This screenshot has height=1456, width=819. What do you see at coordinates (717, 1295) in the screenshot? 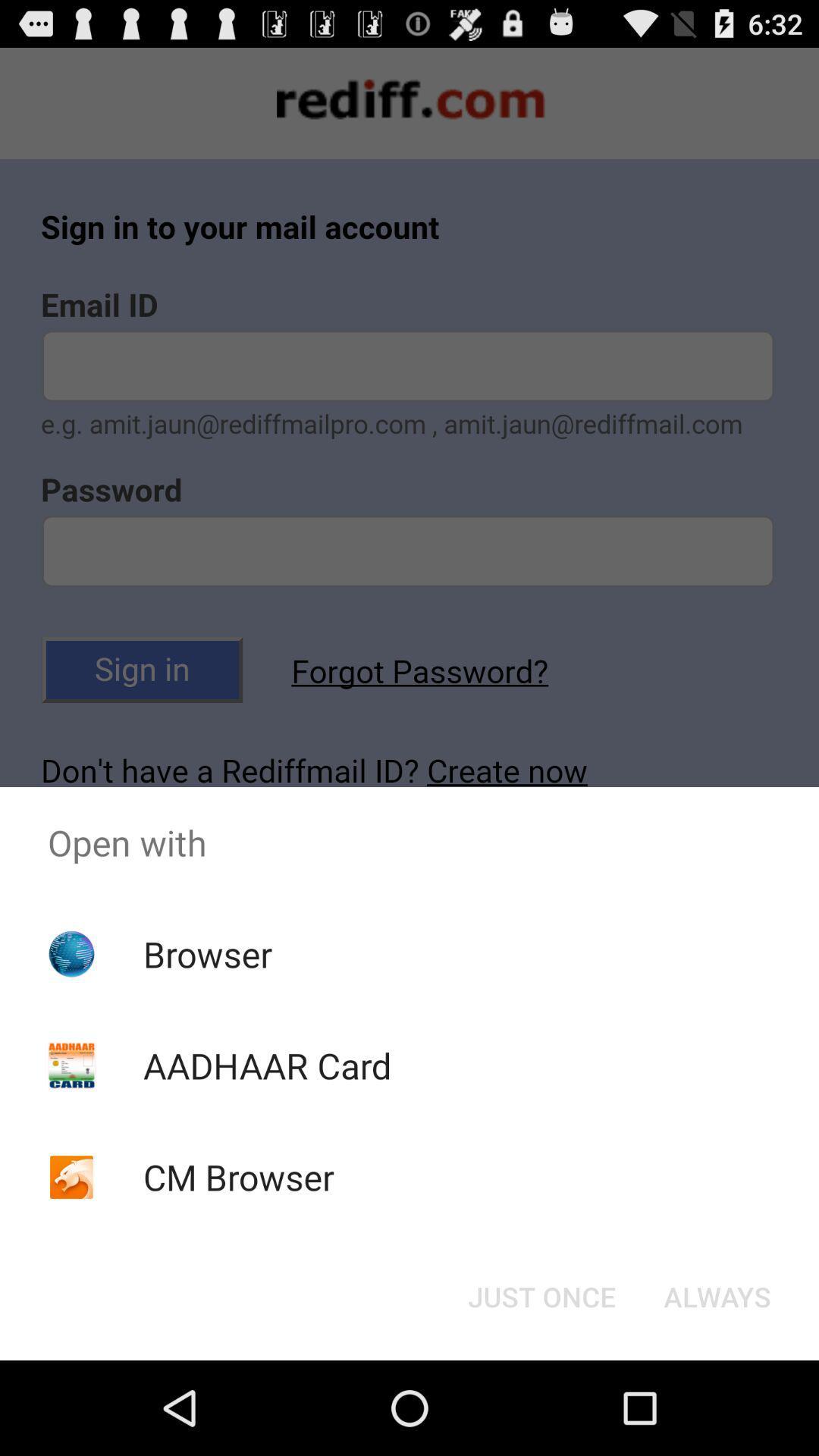
I see `the icon to the right of just once item` at bounding box center [717, 1295].